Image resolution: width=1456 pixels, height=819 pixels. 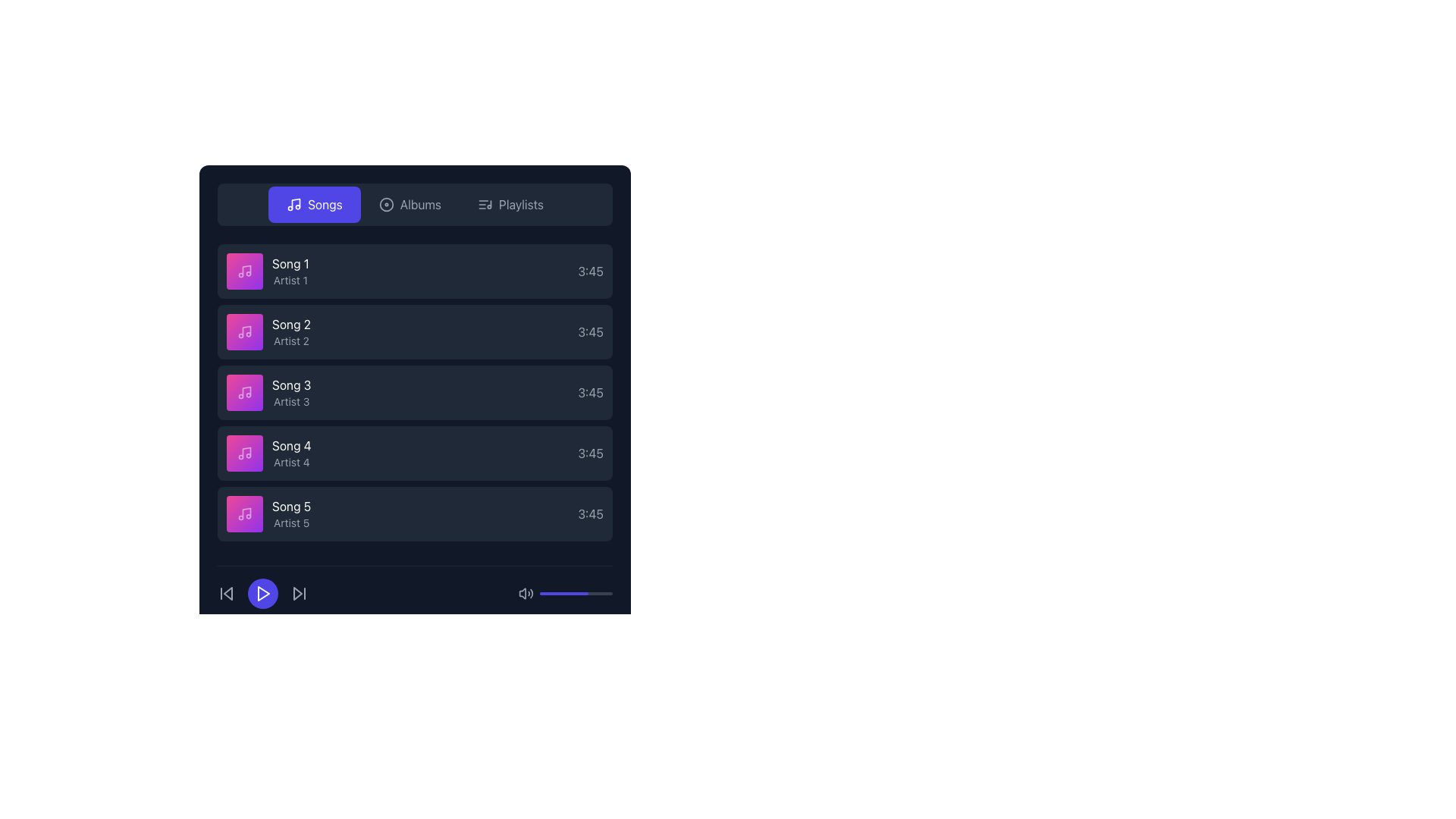 What do you see at coordinates (244, 391) in the screenshot?
I see `the icon for the song 'Song 3' by 'Artist 3'` at bounding box center [244, 391].